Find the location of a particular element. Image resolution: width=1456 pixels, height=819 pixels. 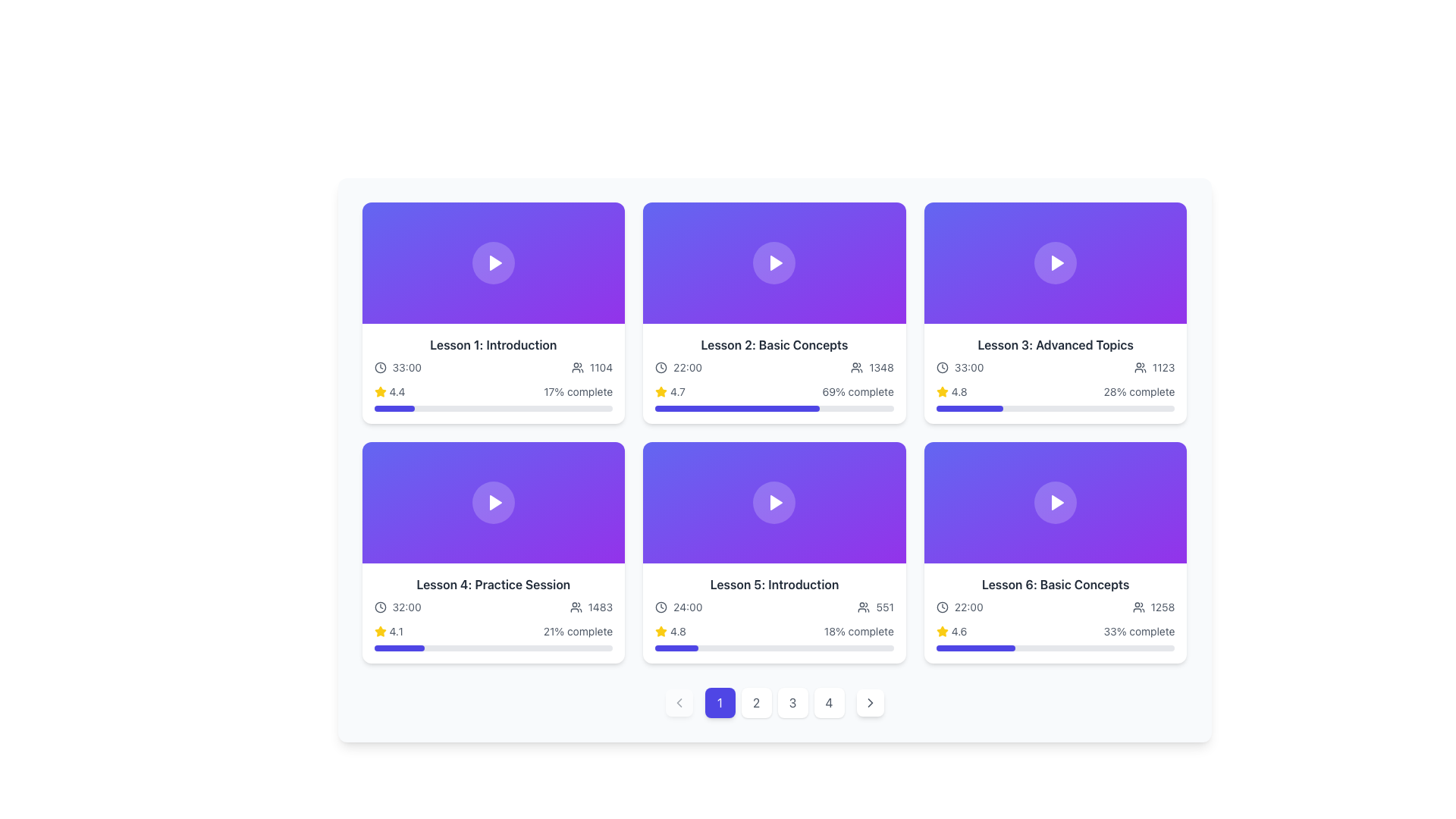

the play button located at the center of the first card in the top row of a grid layout is located at coordinates (493, 262).